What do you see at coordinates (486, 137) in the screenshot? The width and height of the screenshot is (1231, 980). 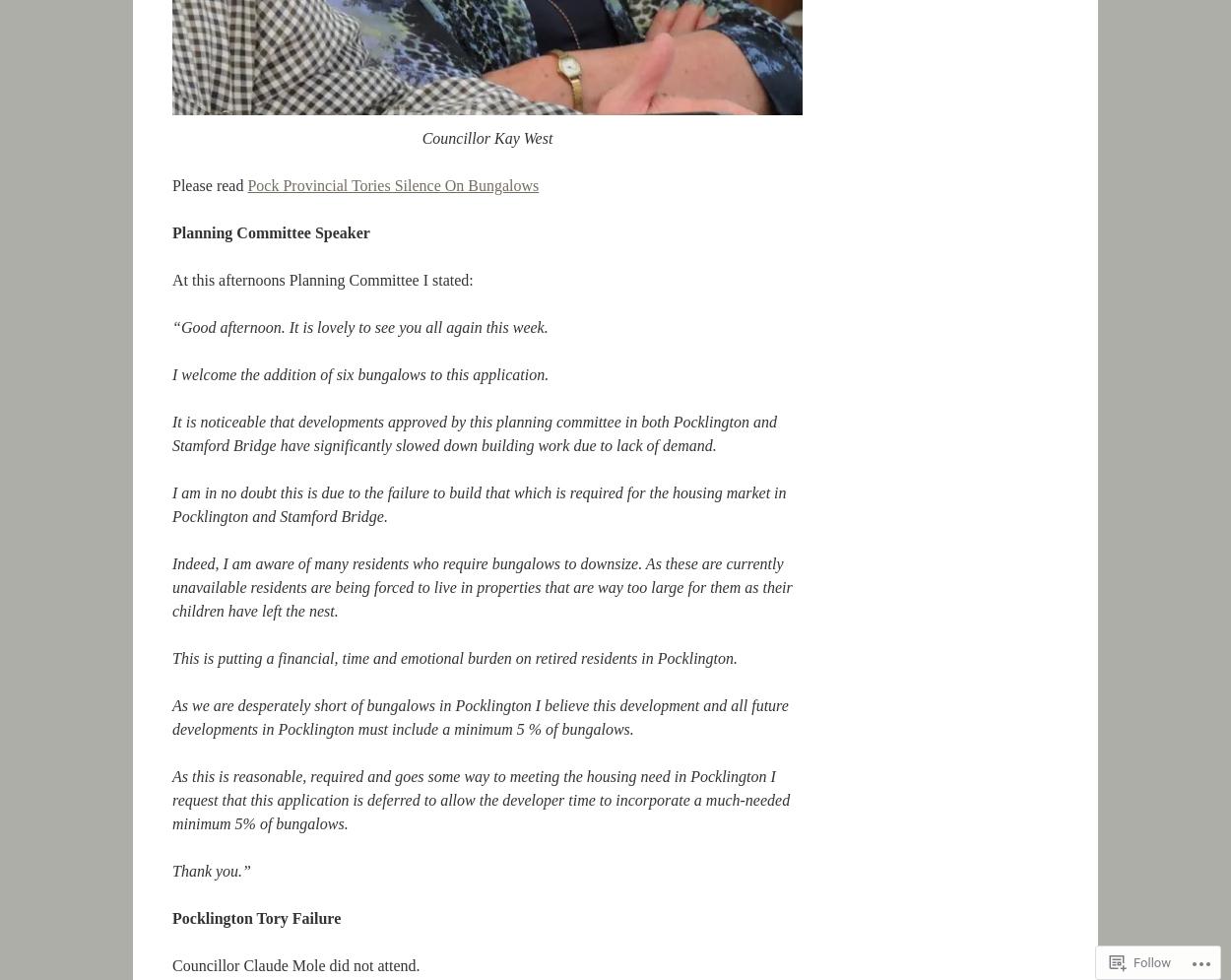 I see `'Councillor Kay West'` at bounding box center [486, 137].